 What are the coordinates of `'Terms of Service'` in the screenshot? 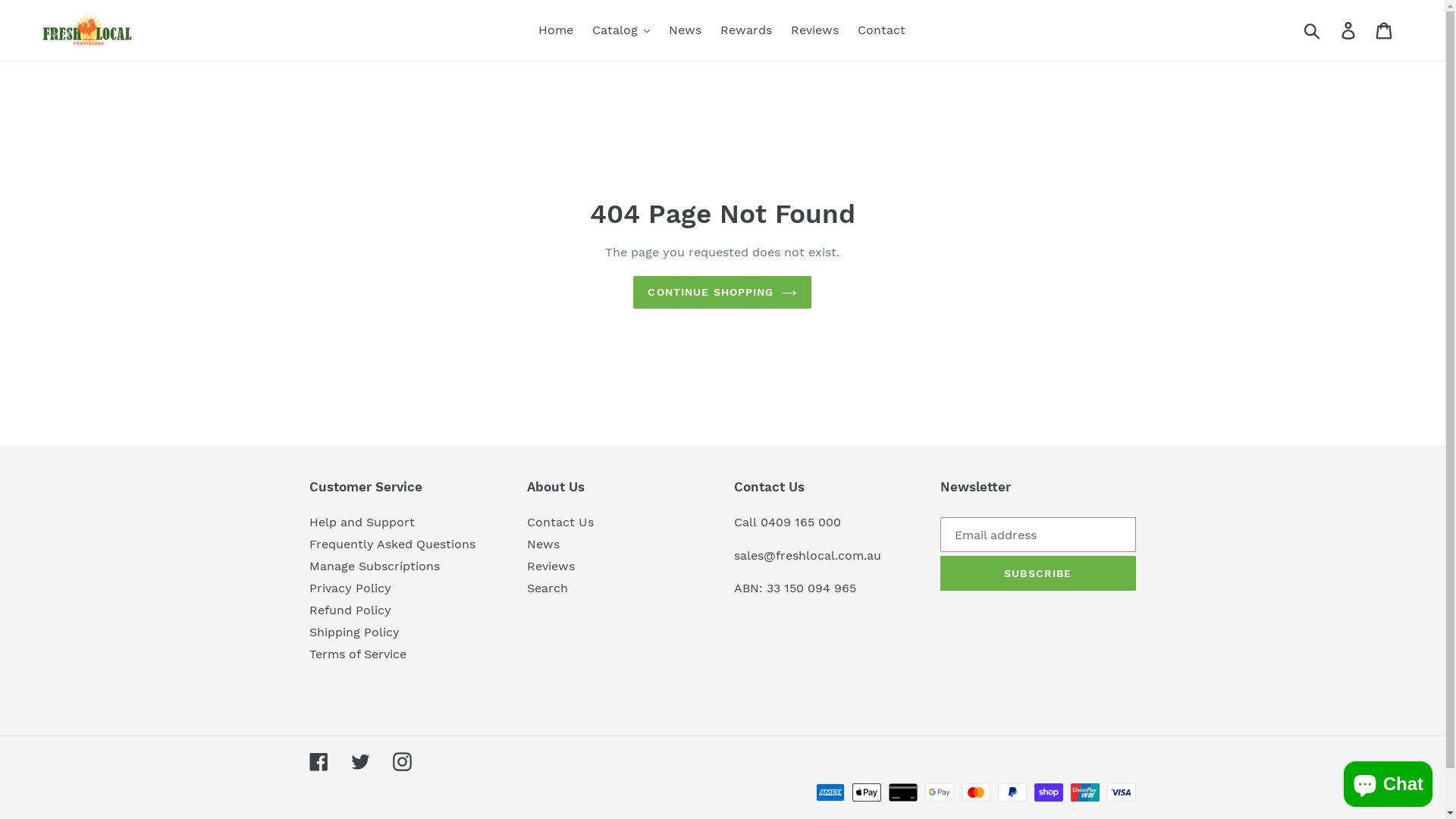 It's located at (309, 653).